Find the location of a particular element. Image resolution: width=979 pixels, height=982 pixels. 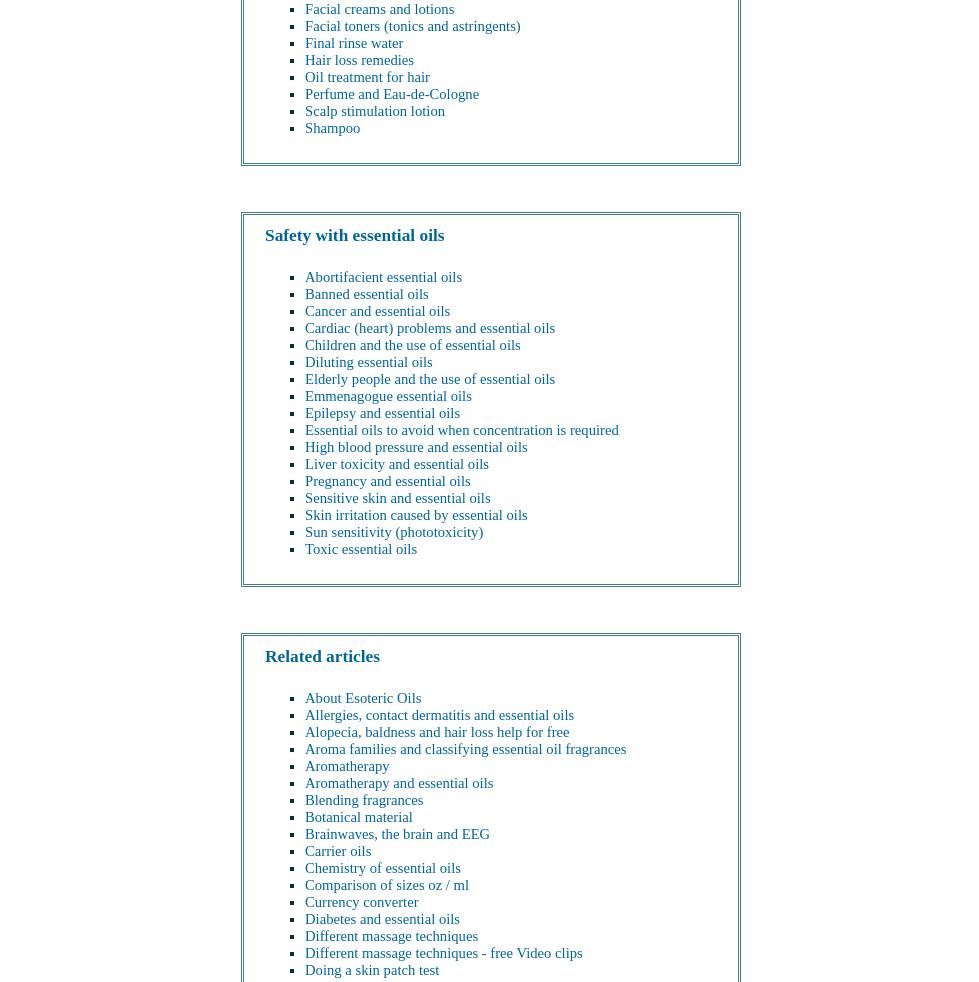

'Alopecia, baldness and hair loss help for free' is located at coordinates (437, 730).